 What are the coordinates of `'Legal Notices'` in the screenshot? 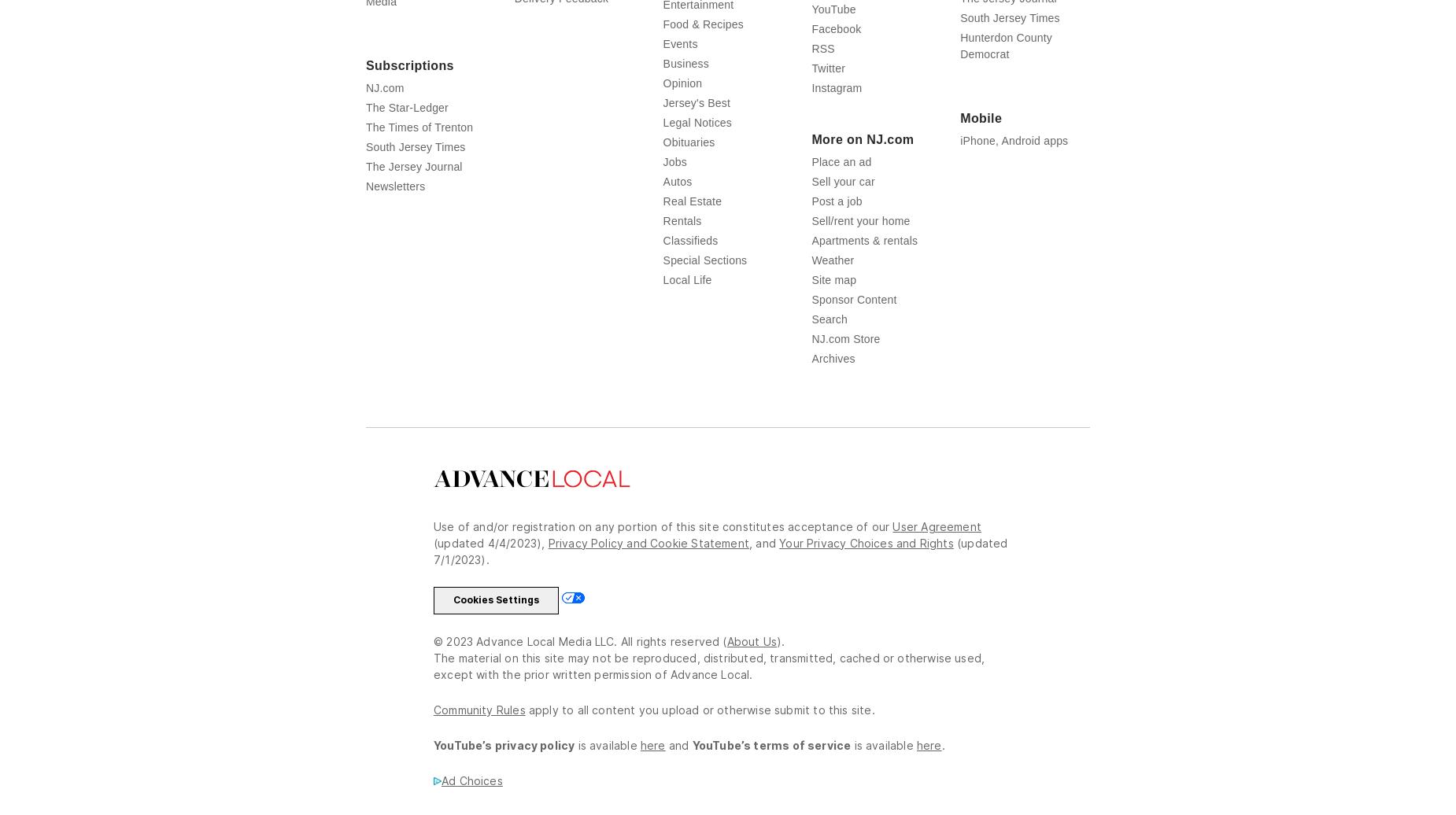 It's located at (697, 121).